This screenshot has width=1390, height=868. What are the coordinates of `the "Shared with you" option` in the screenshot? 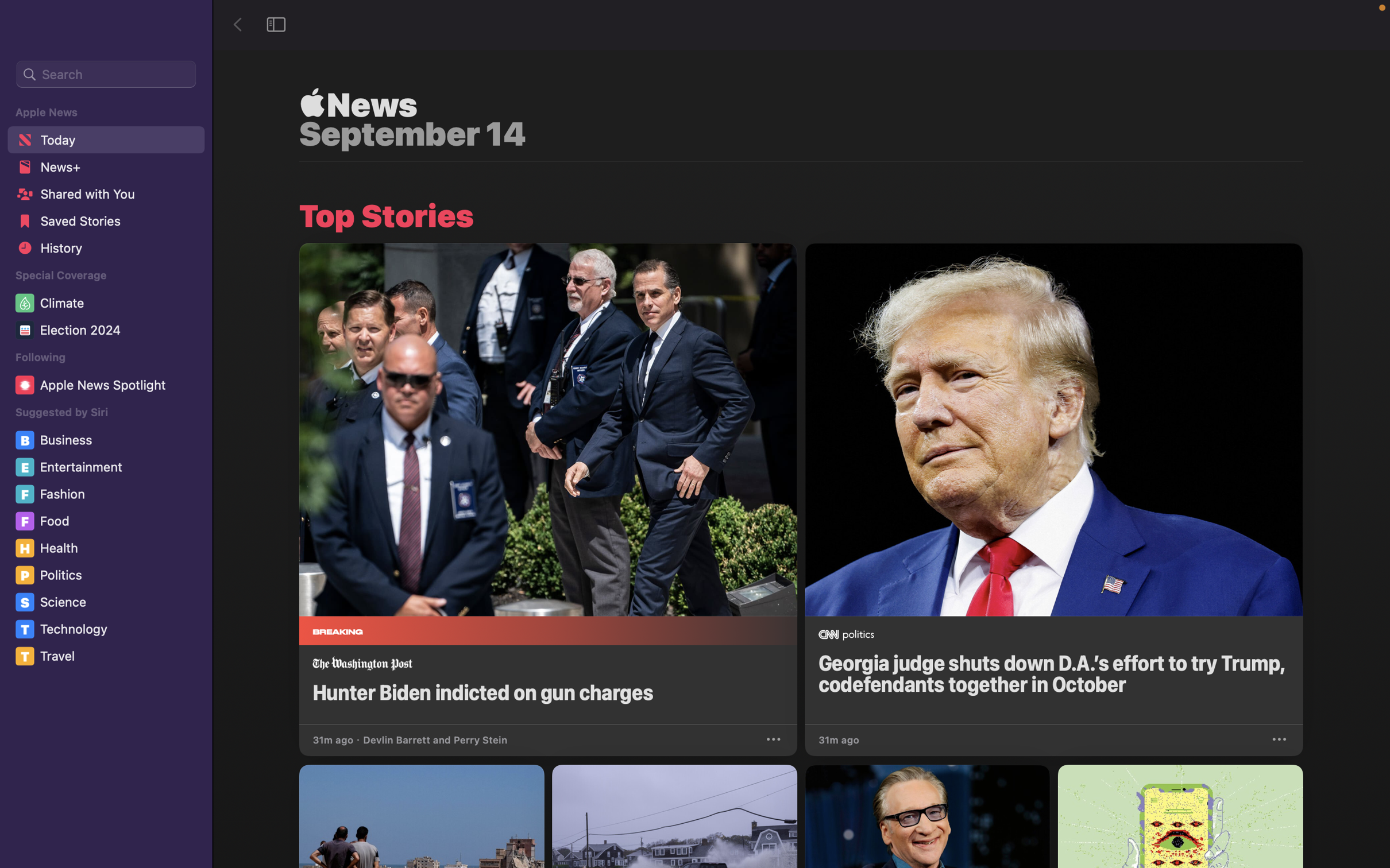 It's located at (104, 197).